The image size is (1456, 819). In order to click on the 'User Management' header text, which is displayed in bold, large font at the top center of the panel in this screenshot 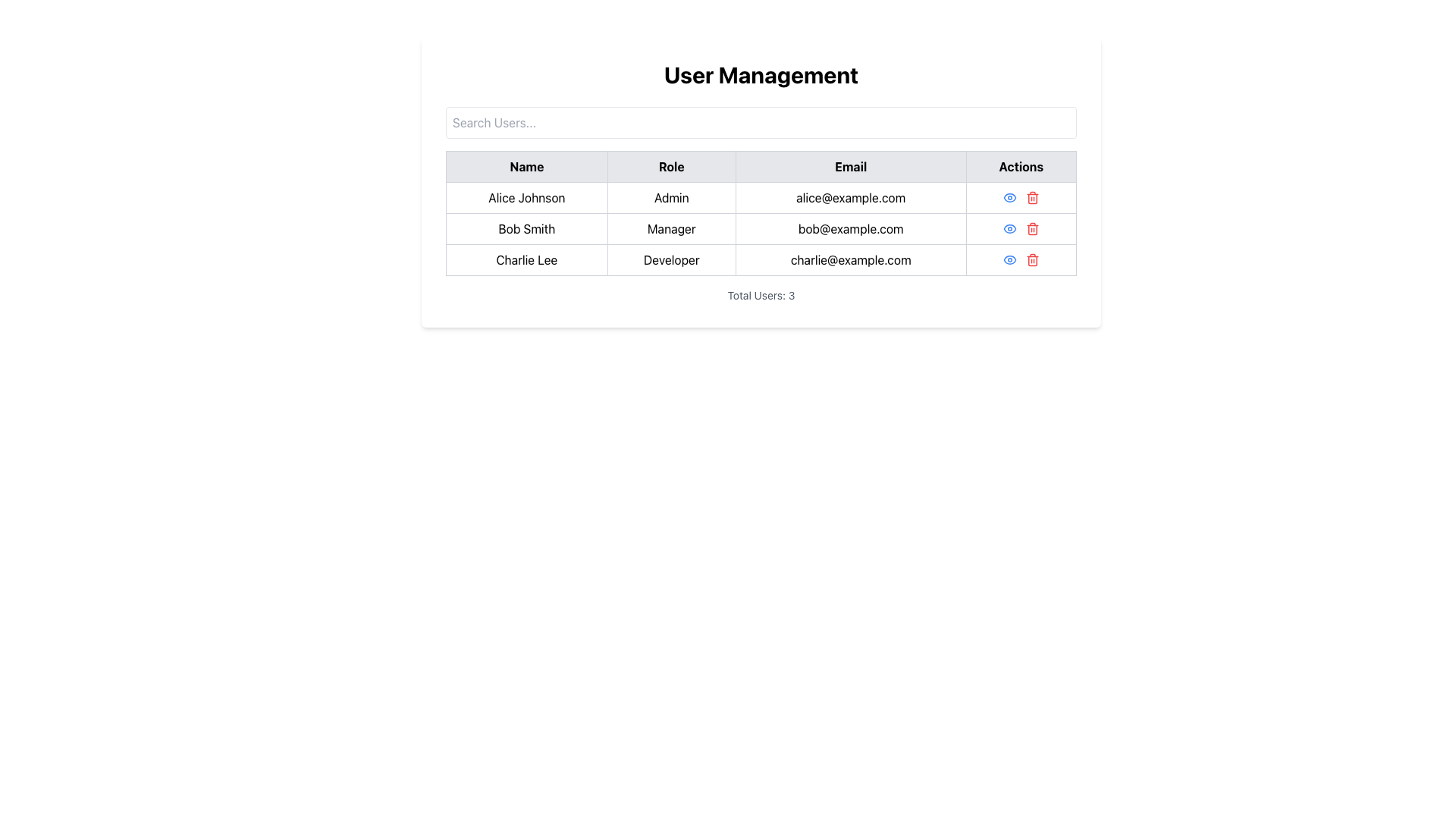, I will do `click(761, 75)`.